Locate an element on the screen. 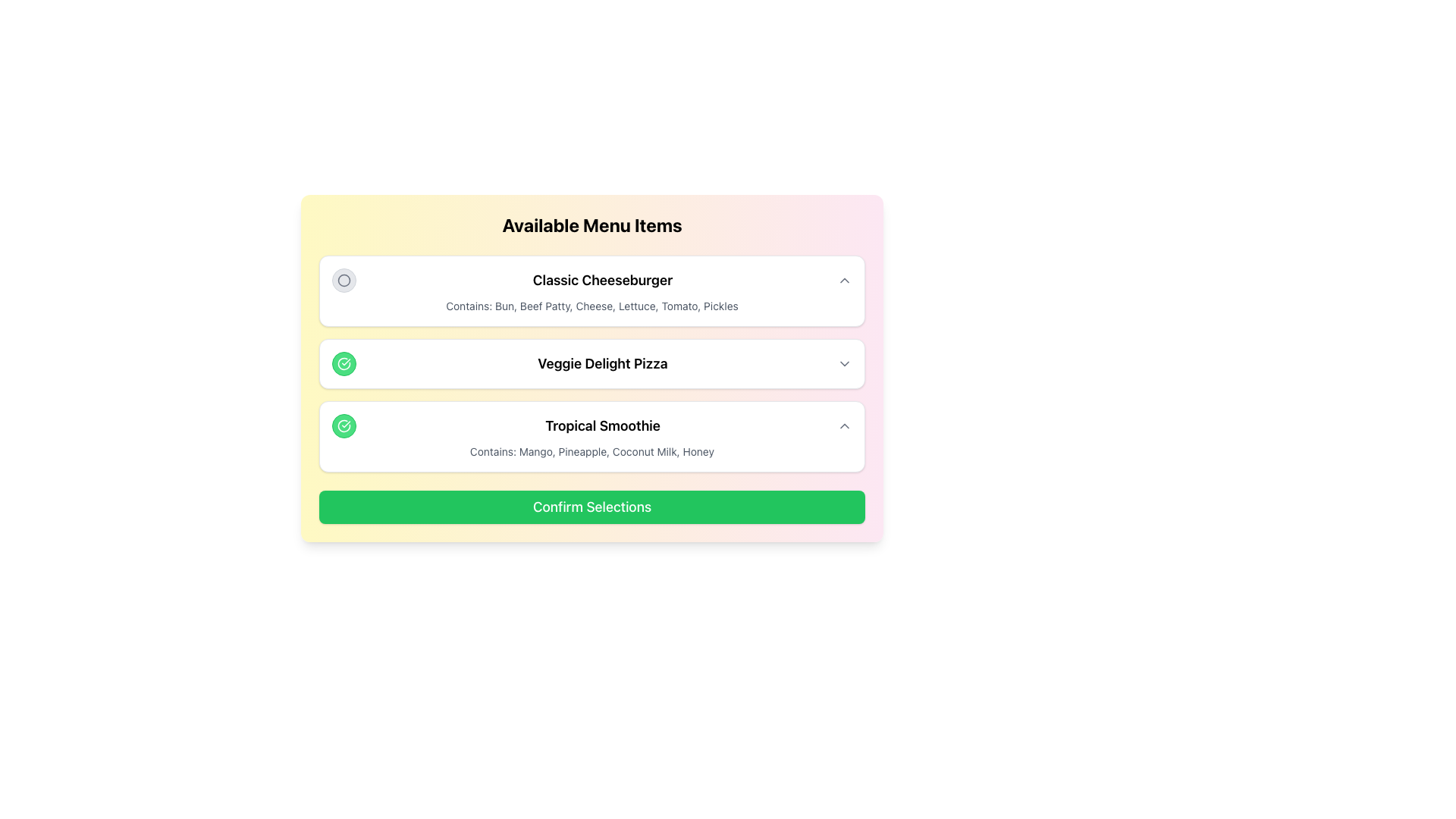 The height and width of the screenshot is (819, 1456). the selectable menu option labeled 'Veggie Delight Pizza' is located at coordinates (591, 363).